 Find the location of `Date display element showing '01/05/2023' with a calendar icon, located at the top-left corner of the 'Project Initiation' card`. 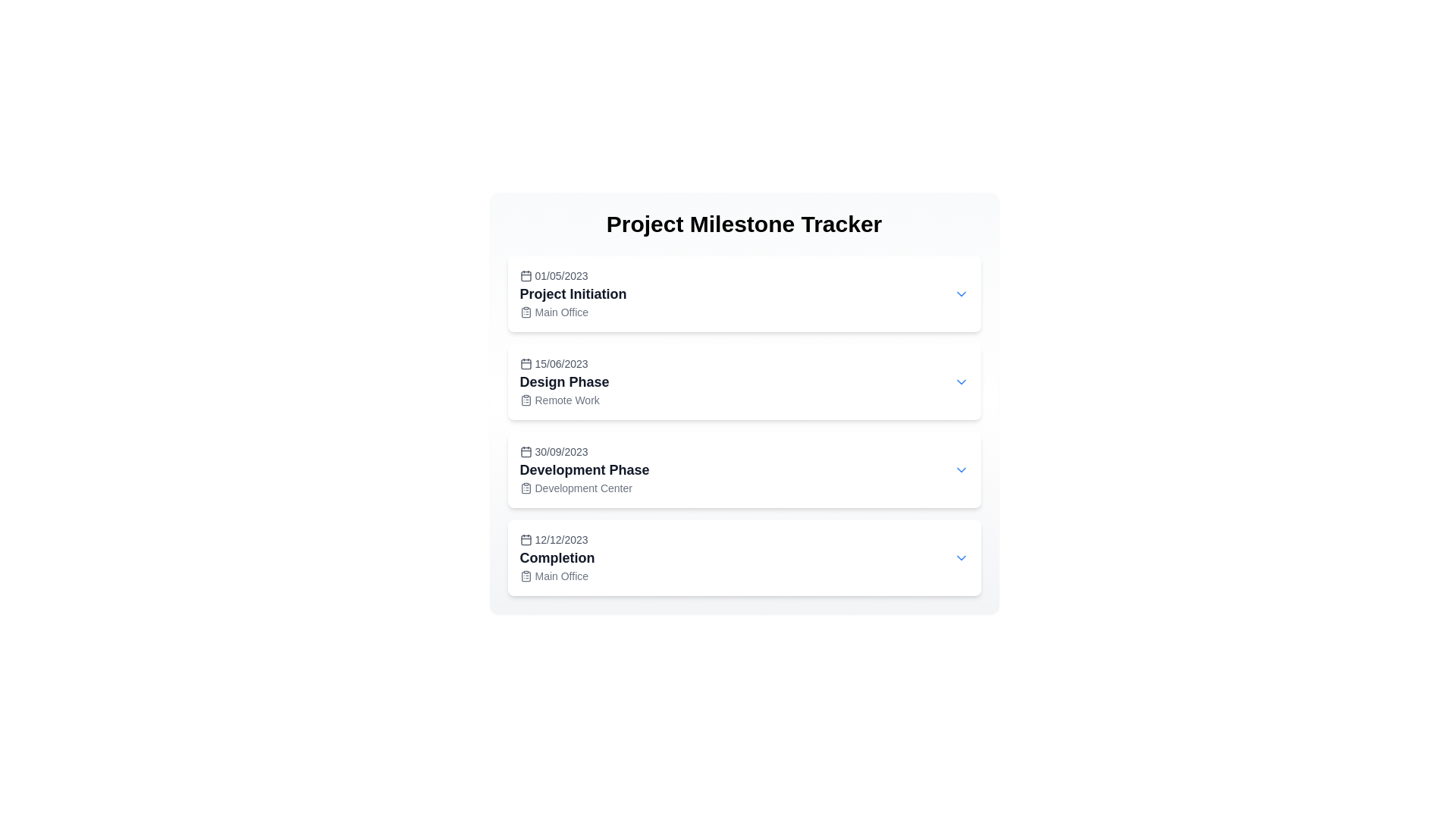

Date display element showing '01/05/2023' with a calendar icon, located at the top-left corner of the 'Project Initiation' card is located at coordinates (572, 275).